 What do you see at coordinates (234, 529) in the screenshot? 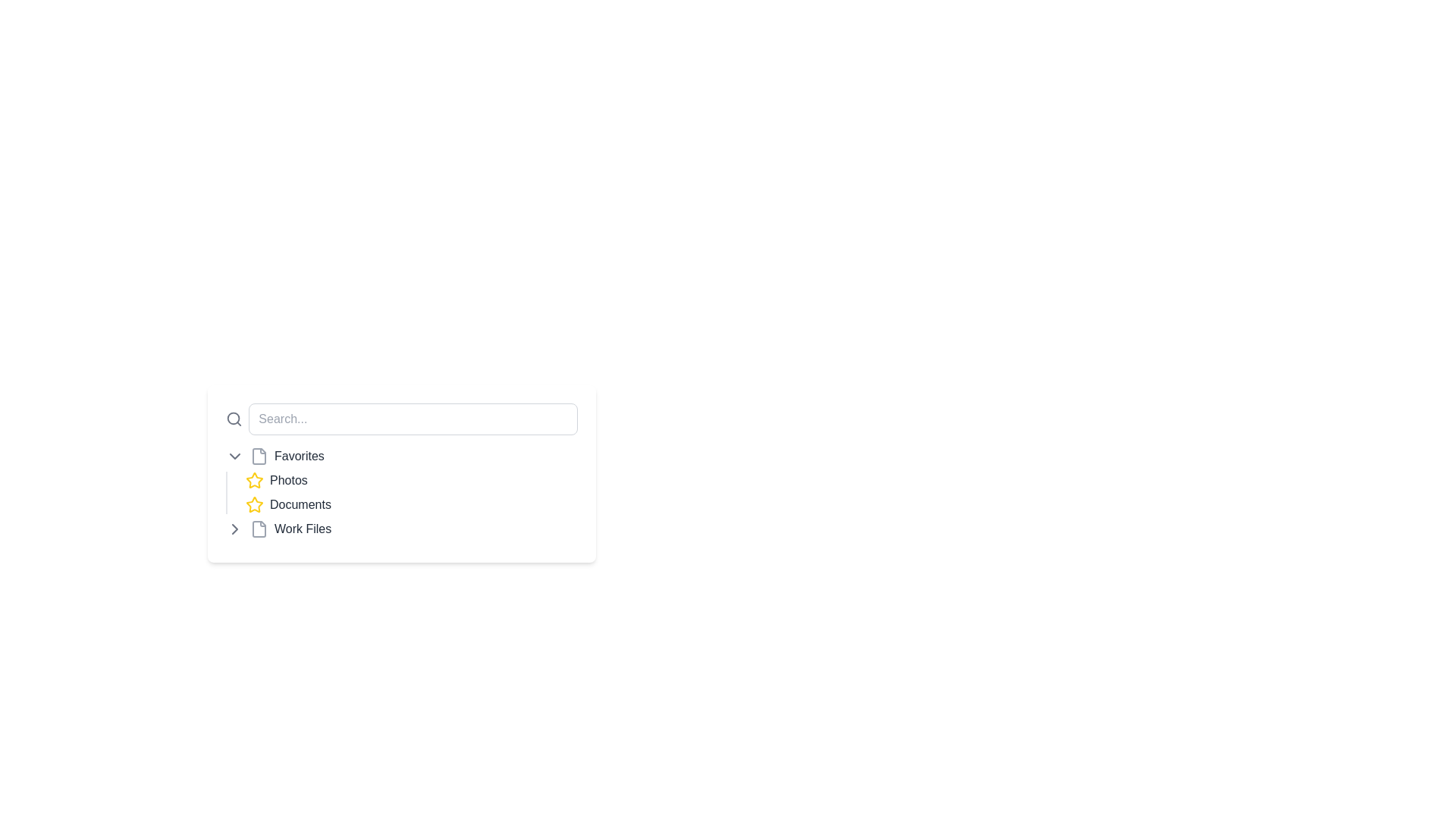
I see `the small right-pointing chevron icon` at bounding box center [234, 529].